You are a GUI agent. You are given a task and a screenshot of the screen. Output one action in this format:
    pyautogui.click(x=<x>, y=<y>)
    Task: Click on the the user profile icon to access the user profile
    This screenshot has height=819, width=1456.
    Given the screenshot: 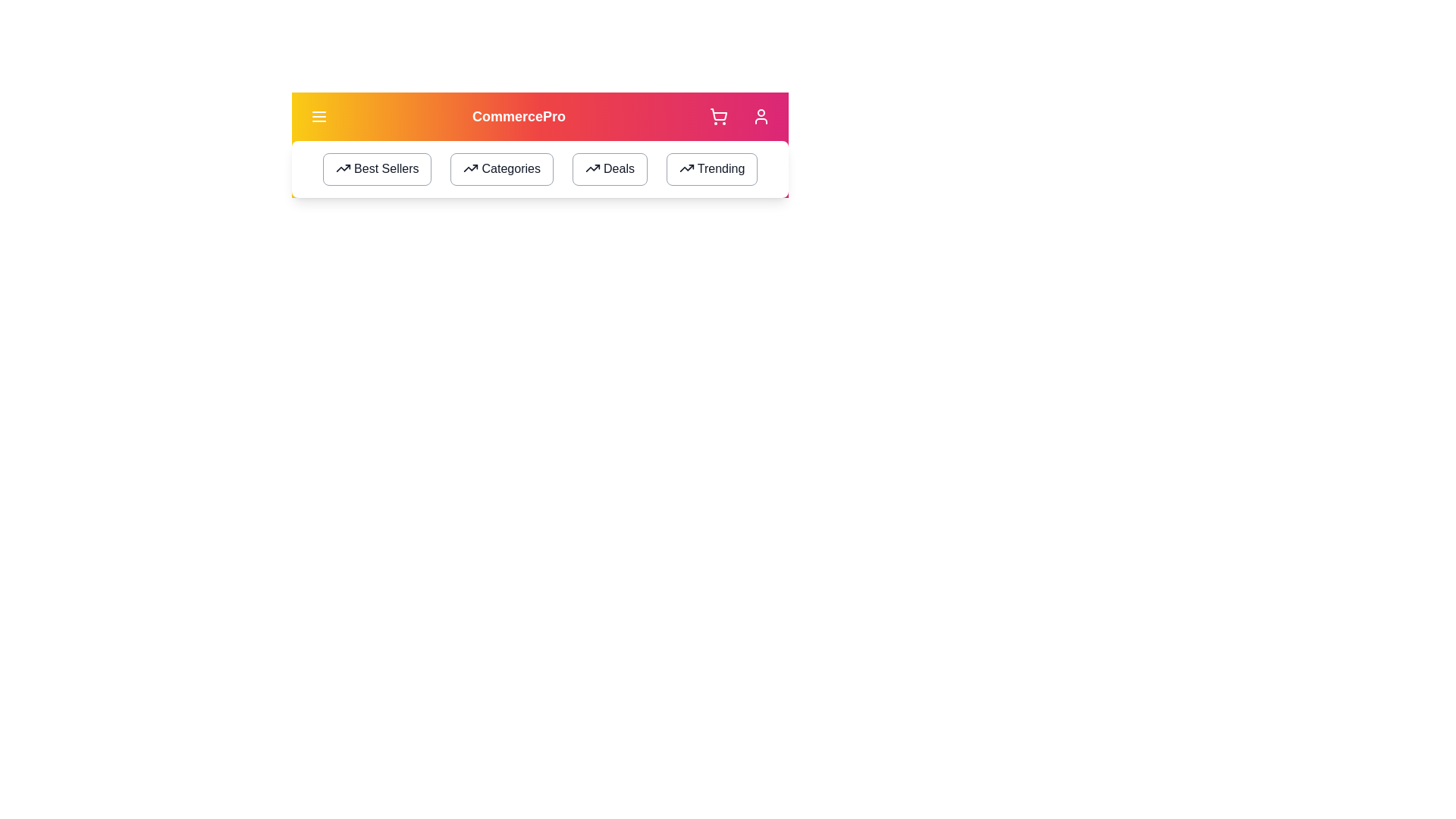 What is the action you would take?
    pyautogui.click(x=761, y=116)
    